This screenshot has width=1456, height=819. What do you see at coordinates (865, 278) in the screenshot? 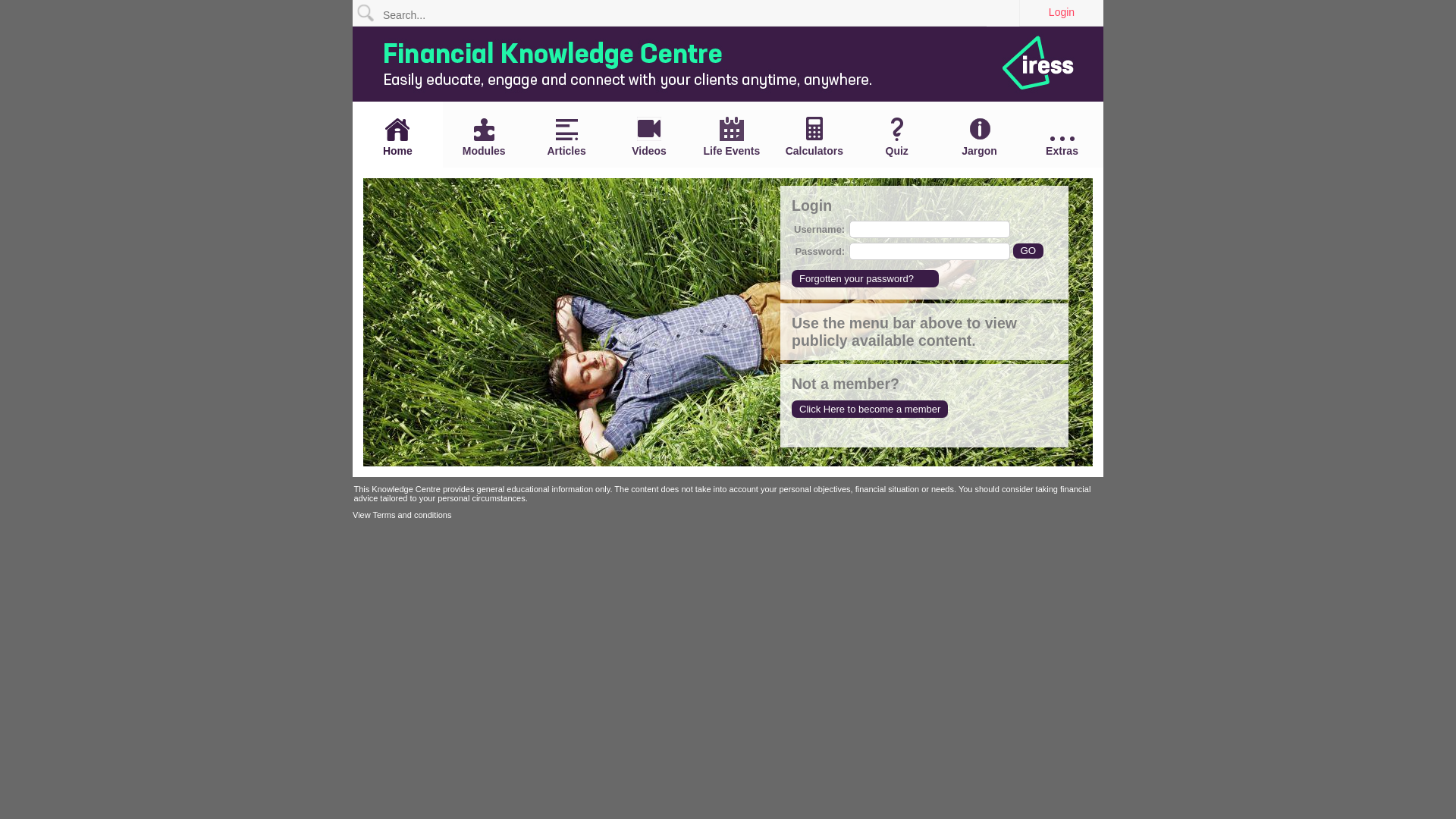
I see `'Forgotten your password?'` at bounding box center [865, 278].